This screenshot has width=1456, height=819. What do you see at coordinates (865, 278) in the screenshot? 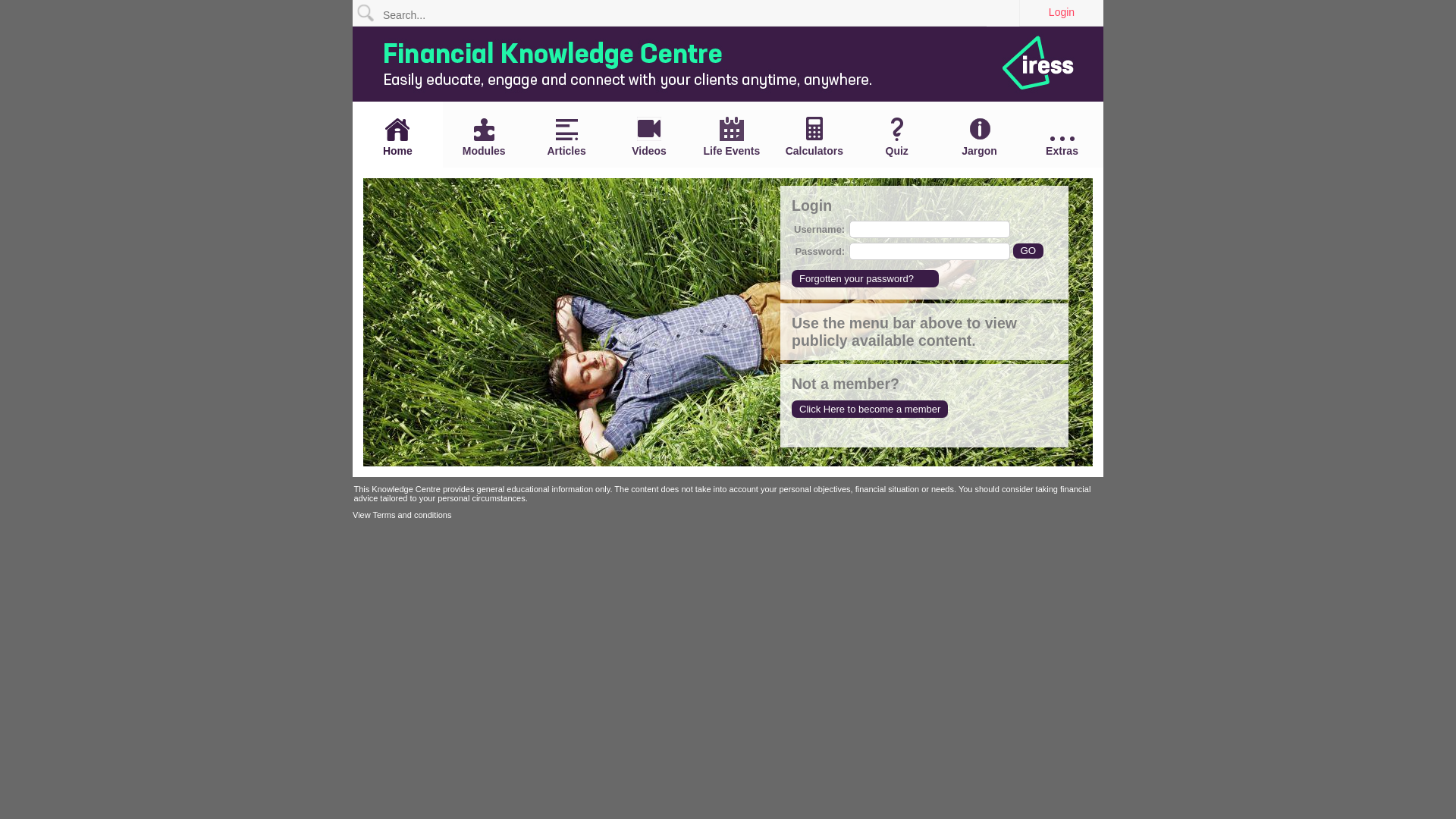
I see `'Forgotten your password?'` at bounding box center [865, 278].